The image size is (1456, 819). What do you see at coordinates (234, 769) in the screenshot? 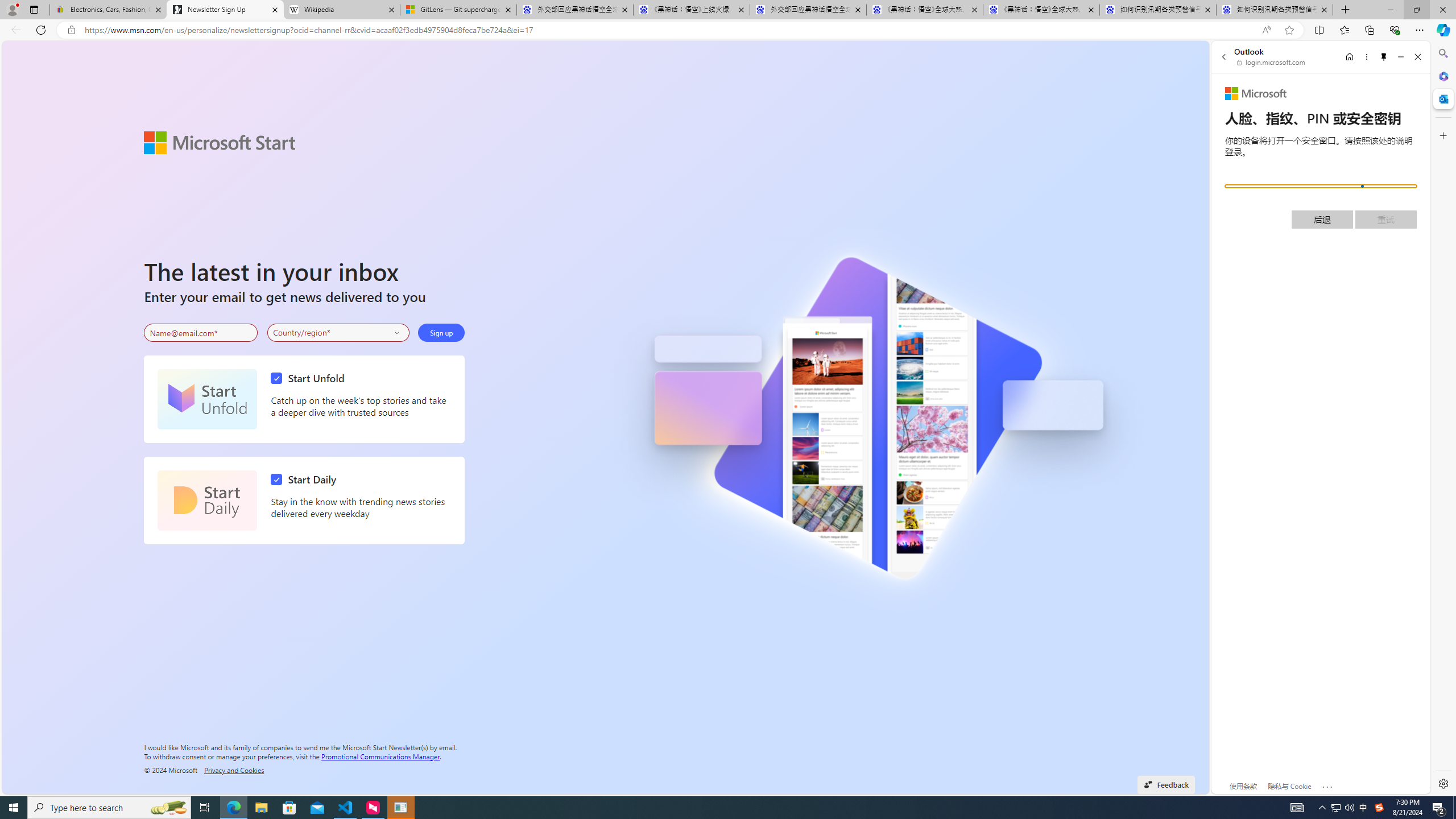
I see `'Privacy and Cookies'` at bounding box center [234, 769].